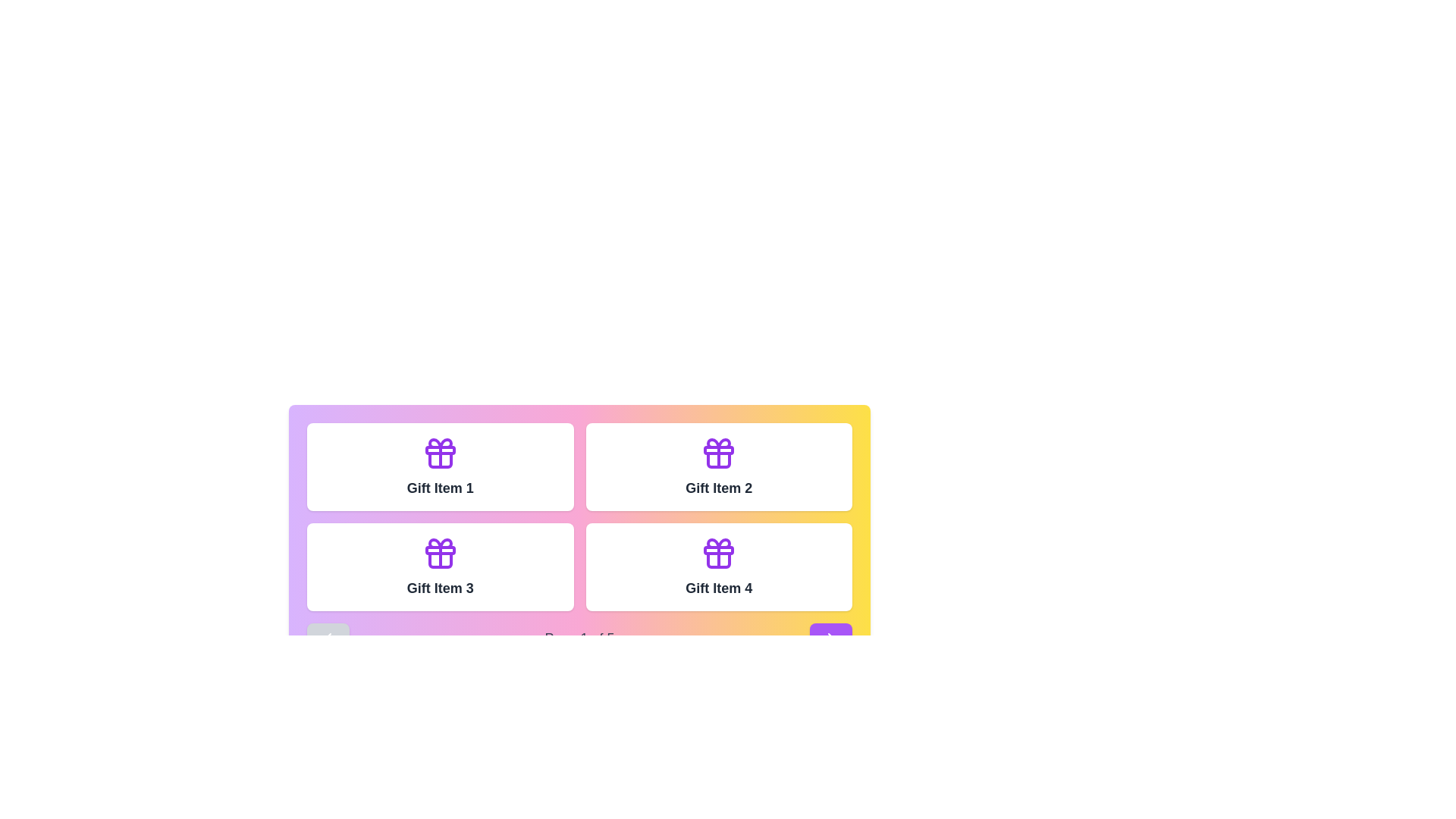 This screenshot has width=1456, height=819. I want to click on the text label displaying 'Page 1 of 5', which is styled with a medium gray font and is part of the pagination navigation bar at the bottom of the interface, so click(579, 638).